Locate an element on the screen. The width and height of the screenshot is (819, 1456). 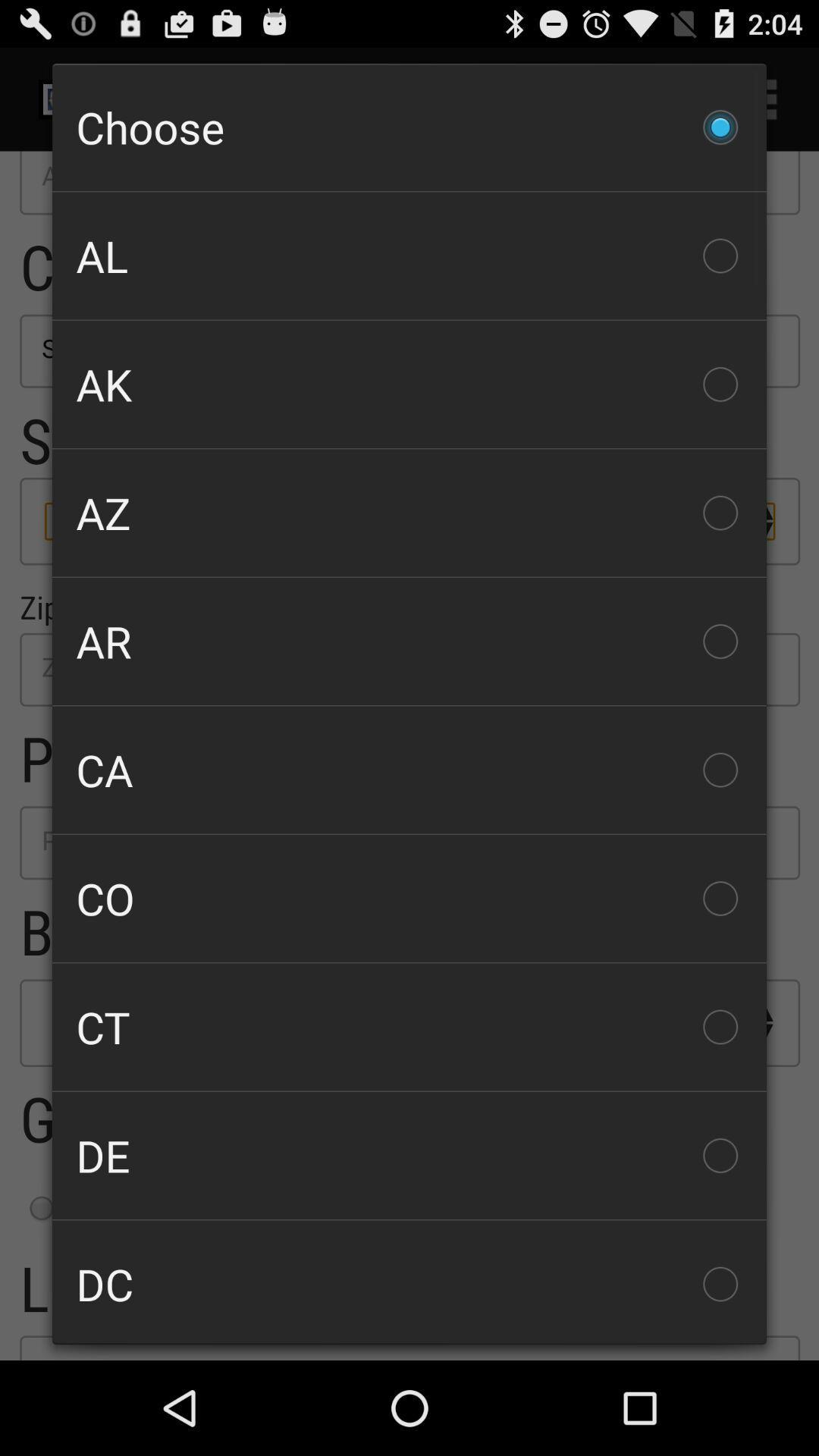
checkbox above de item is located at coordinates (409, 1027).